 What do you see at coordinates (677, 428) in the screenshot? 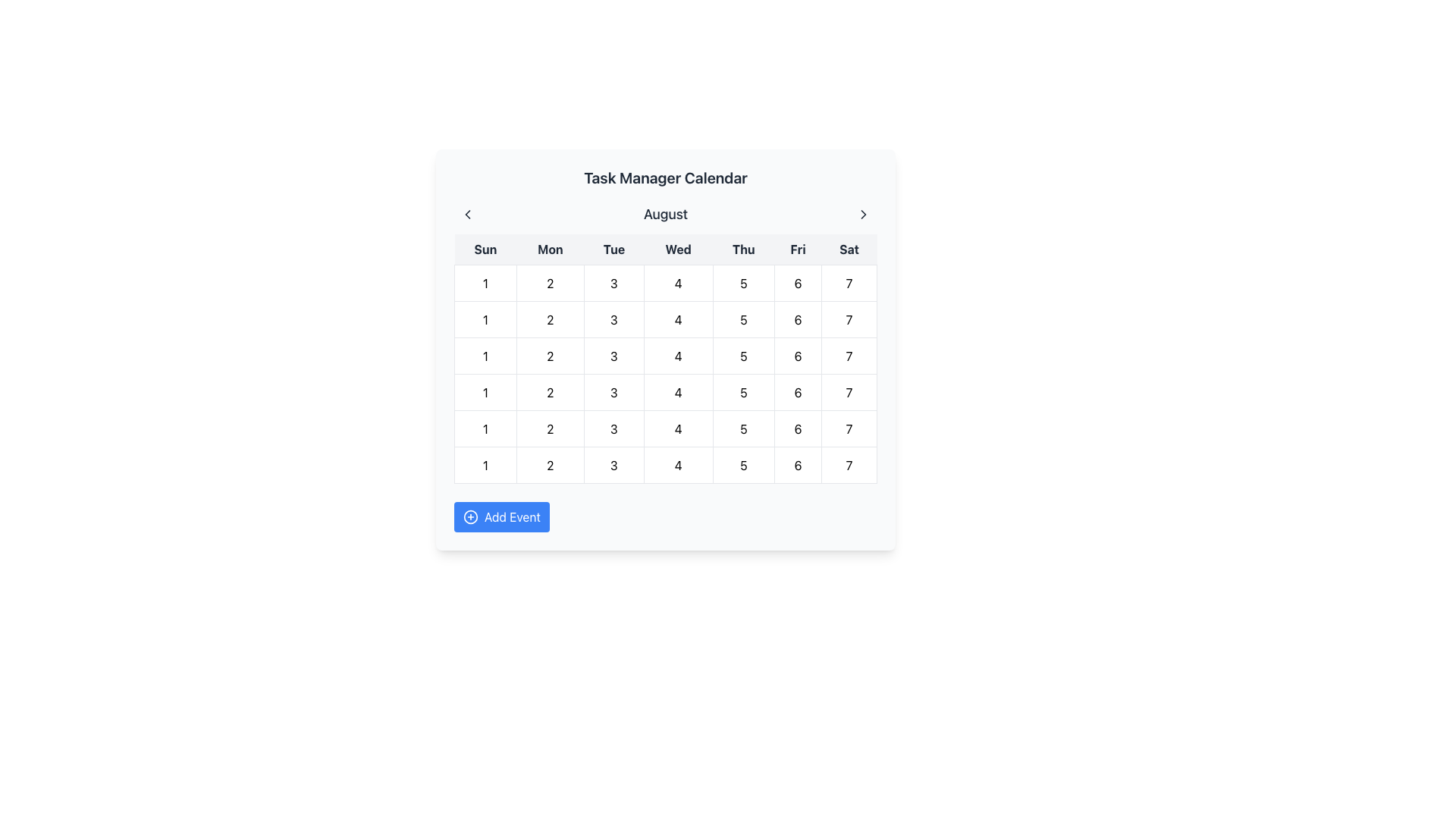
I see `the Calendar Day Cell marked with the numeral '4' located under the 'Wed' column in the calendar interface` at bounding box center [677, 428].